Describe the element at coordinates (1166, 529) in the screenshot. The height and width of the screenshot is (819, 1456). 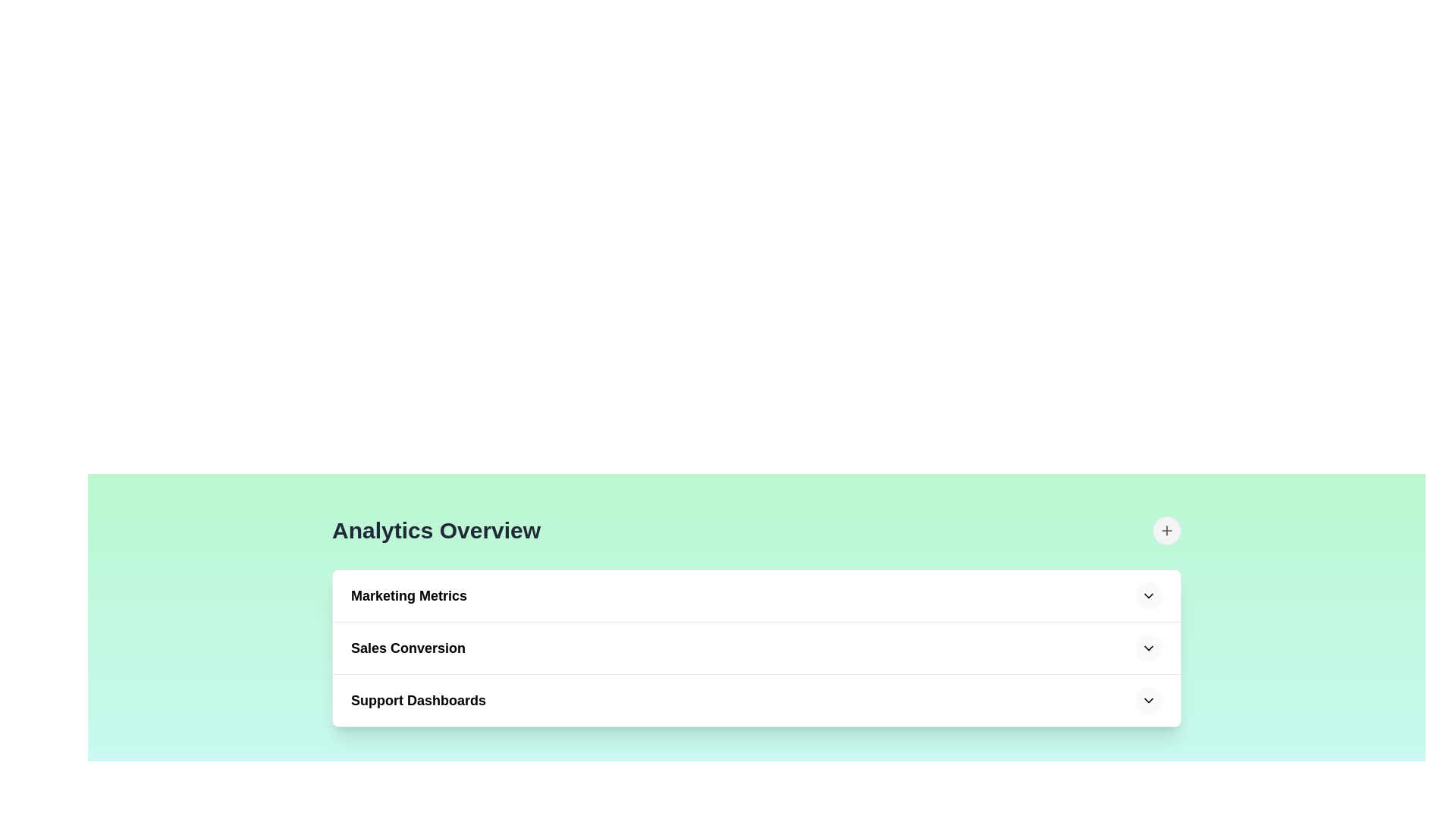
I see `the circular button with a gray background and a plus sign icon located at the top-right corner of the 'Analytics Overview' section` at that location.